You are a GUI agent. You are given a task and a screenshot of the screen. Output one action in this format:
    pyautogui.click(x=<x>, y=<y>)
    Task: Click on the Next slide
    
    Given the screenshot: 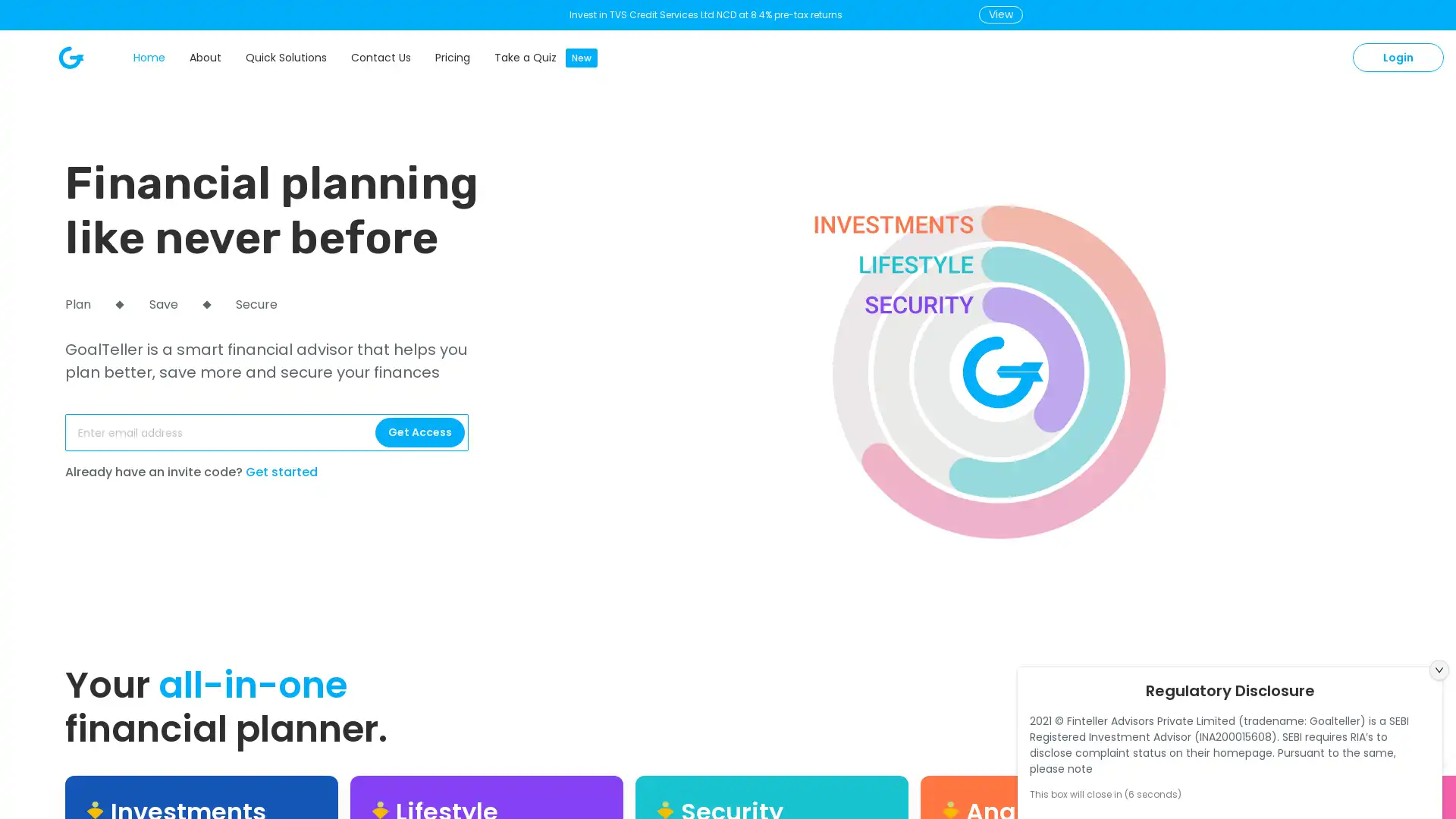 What is the action you would take?
    pyautogui.click(x=1437, y=754)
    